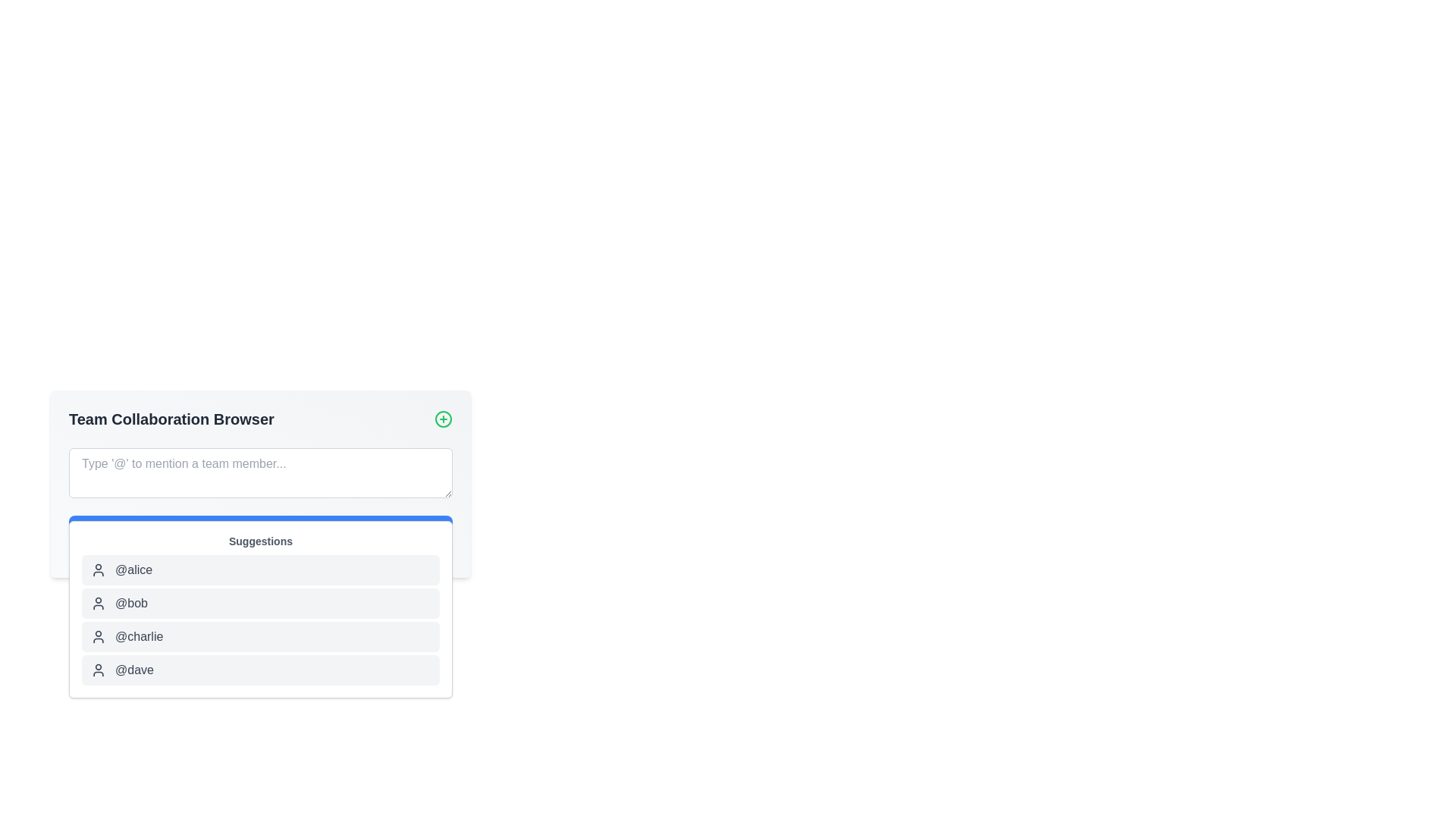  What do you see at coordinates (443, 419) in the screenshot?
I see `the circular green outlined icon with a plus symbol (+) located to the right of the 'Team Collaboration Browser' header text` at bounding box center [443, 419].